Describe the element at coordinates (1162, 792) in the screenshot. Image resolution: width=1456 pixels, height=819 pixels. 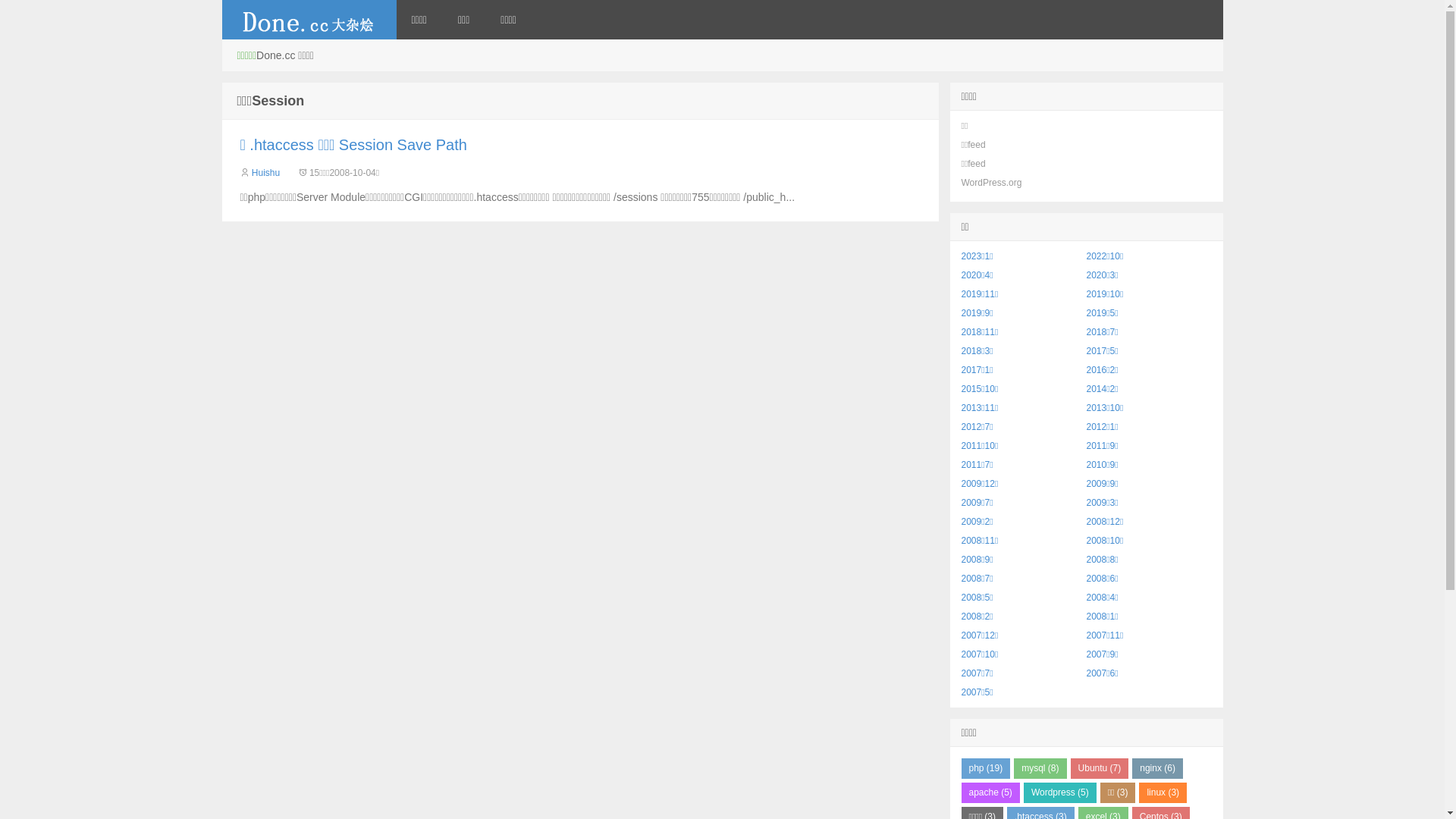
I see `'linux (3)'` at that location.